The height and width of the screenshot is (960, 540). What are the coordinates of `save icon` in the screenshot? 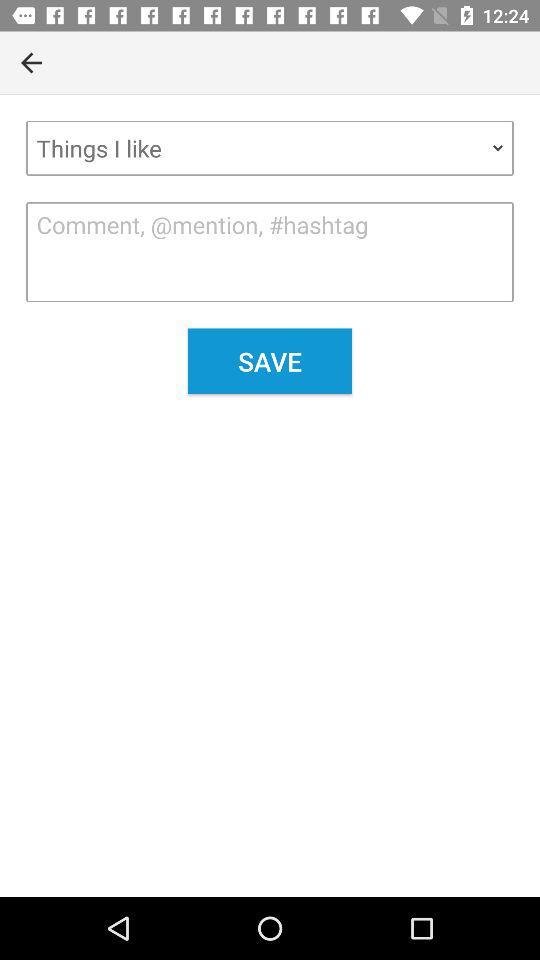 It's located at (270, 360).